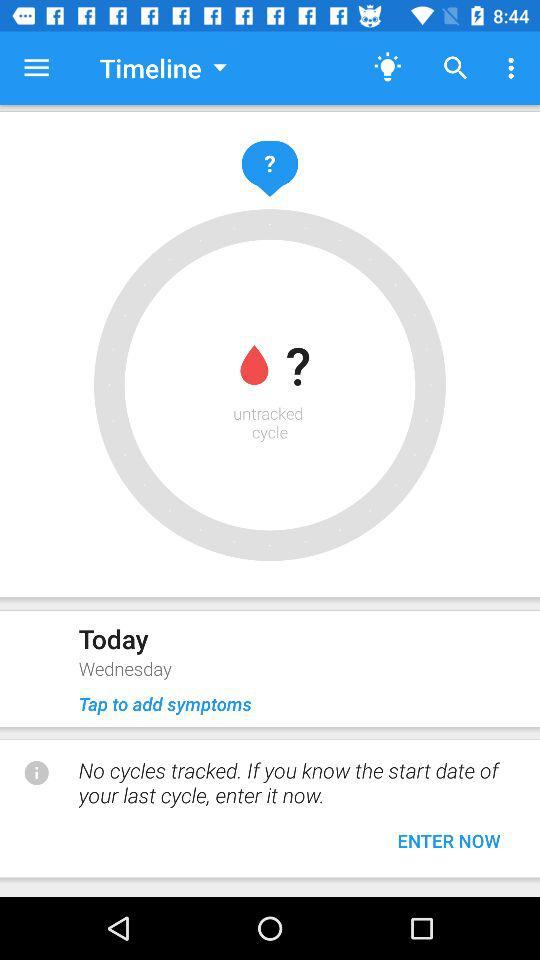  What do you see at coordinates (387, 68) in the screenshot?
I see `the light icon at the top of the page` at bounding box center [387, 68].